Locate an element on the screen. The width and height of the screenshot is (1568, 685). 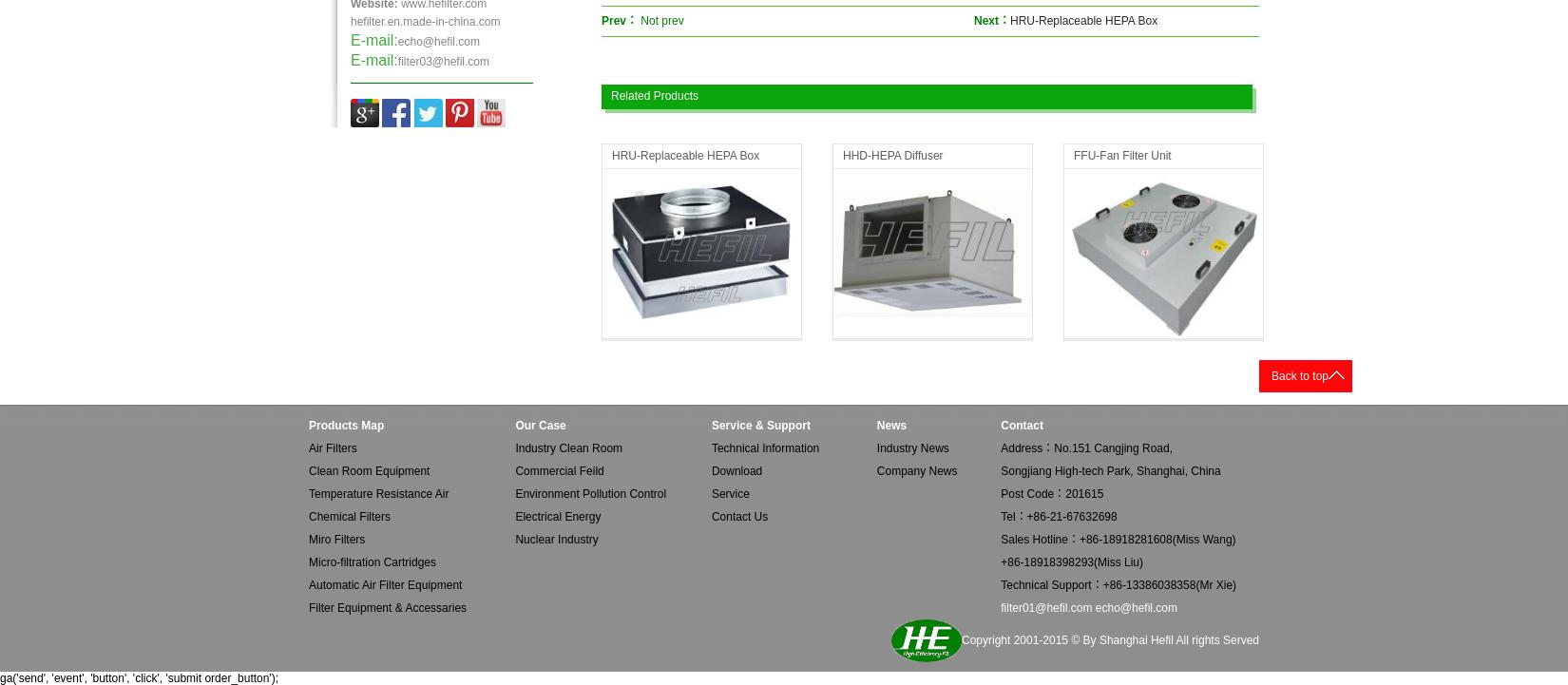
'FFU-Fan Filter Unit' is located at coordinates (1122, 155).